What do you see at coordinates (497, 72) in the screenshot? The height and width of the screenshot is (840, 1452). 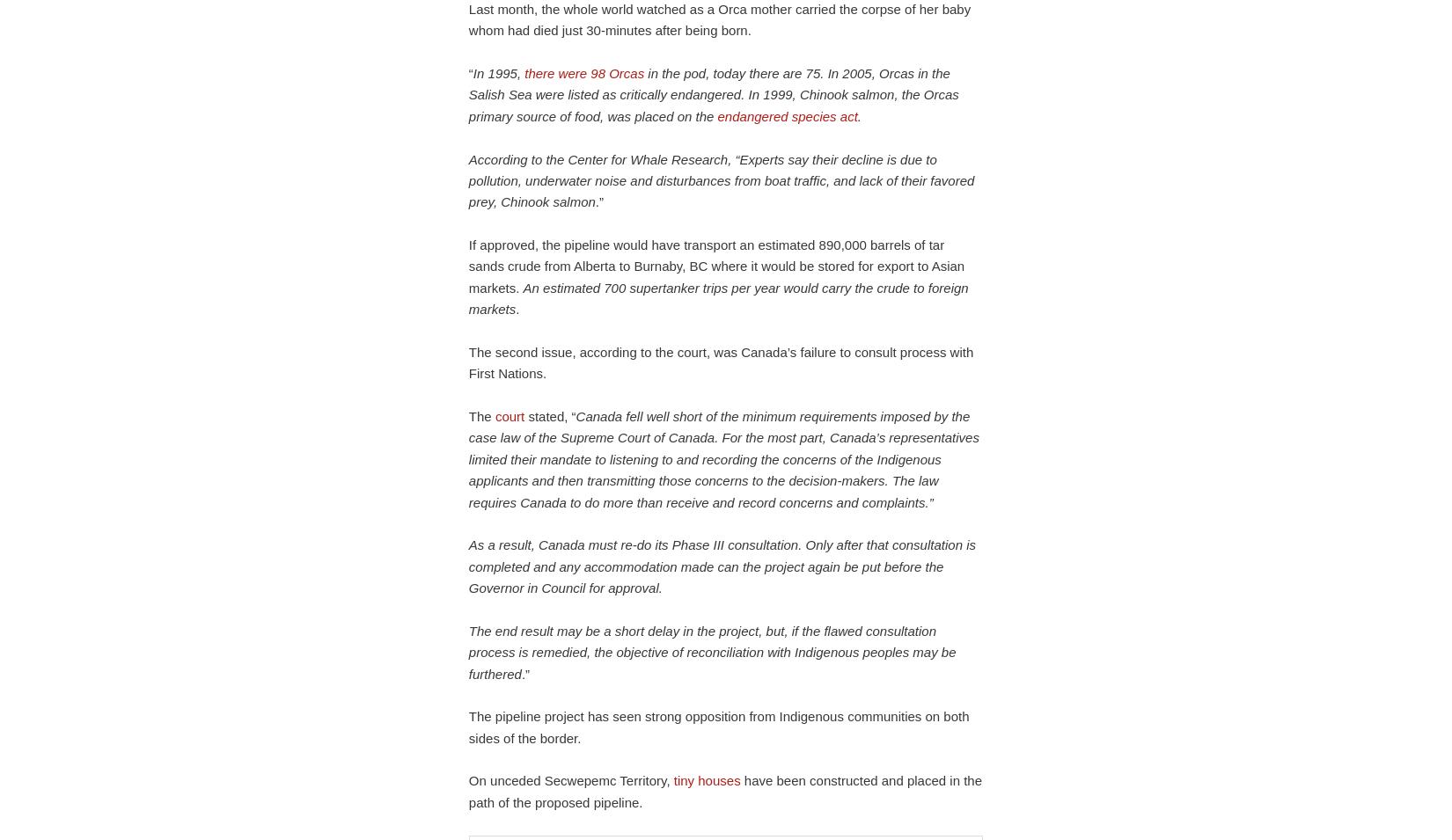 I see `'In 1995,'` at bounding box center [497, 72].